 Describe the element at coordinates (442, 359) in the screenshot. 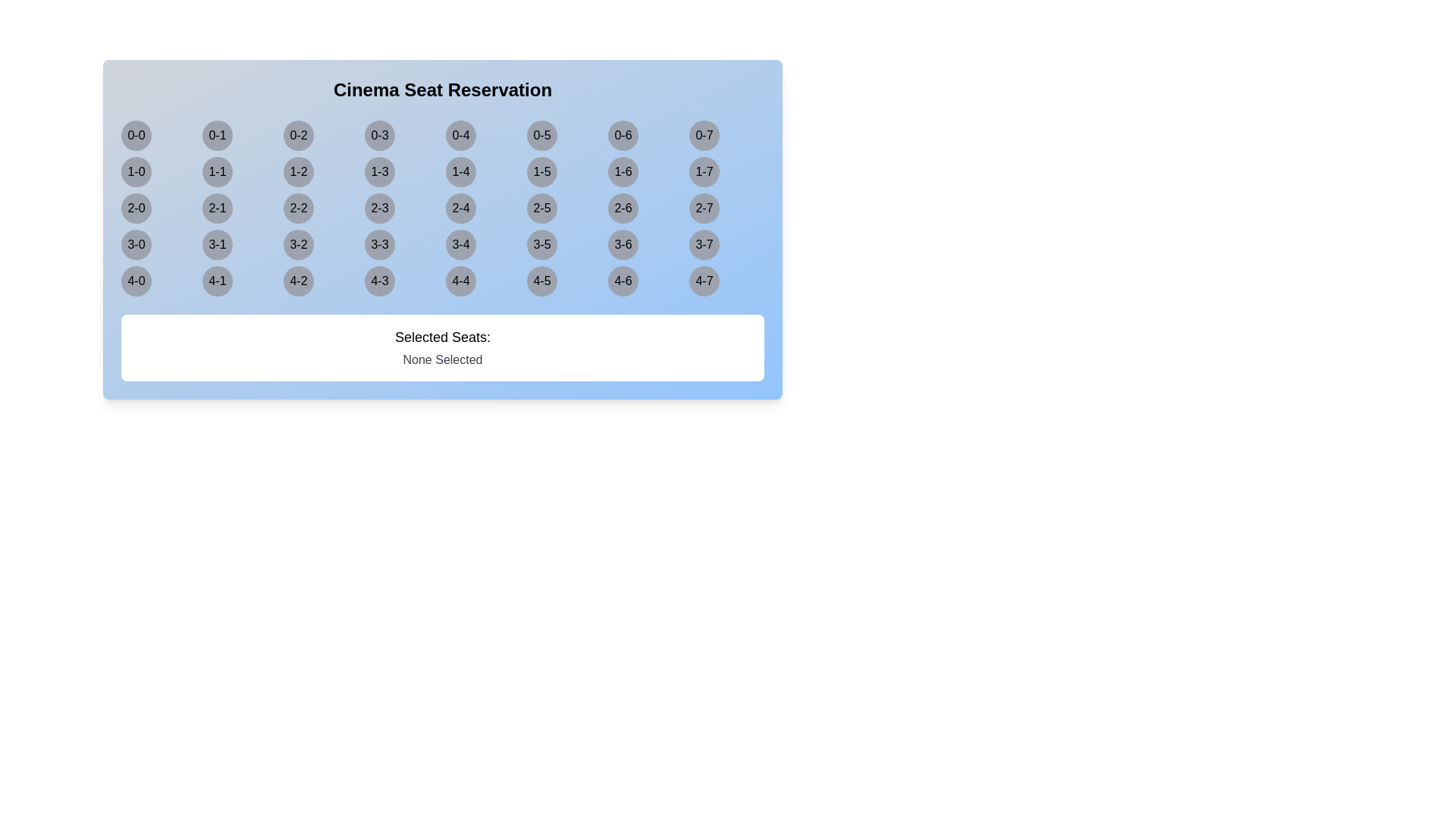

I see `the text label displaying 'None Selected' in gray font, located below the heading 'Selected Seats:'` at that location.